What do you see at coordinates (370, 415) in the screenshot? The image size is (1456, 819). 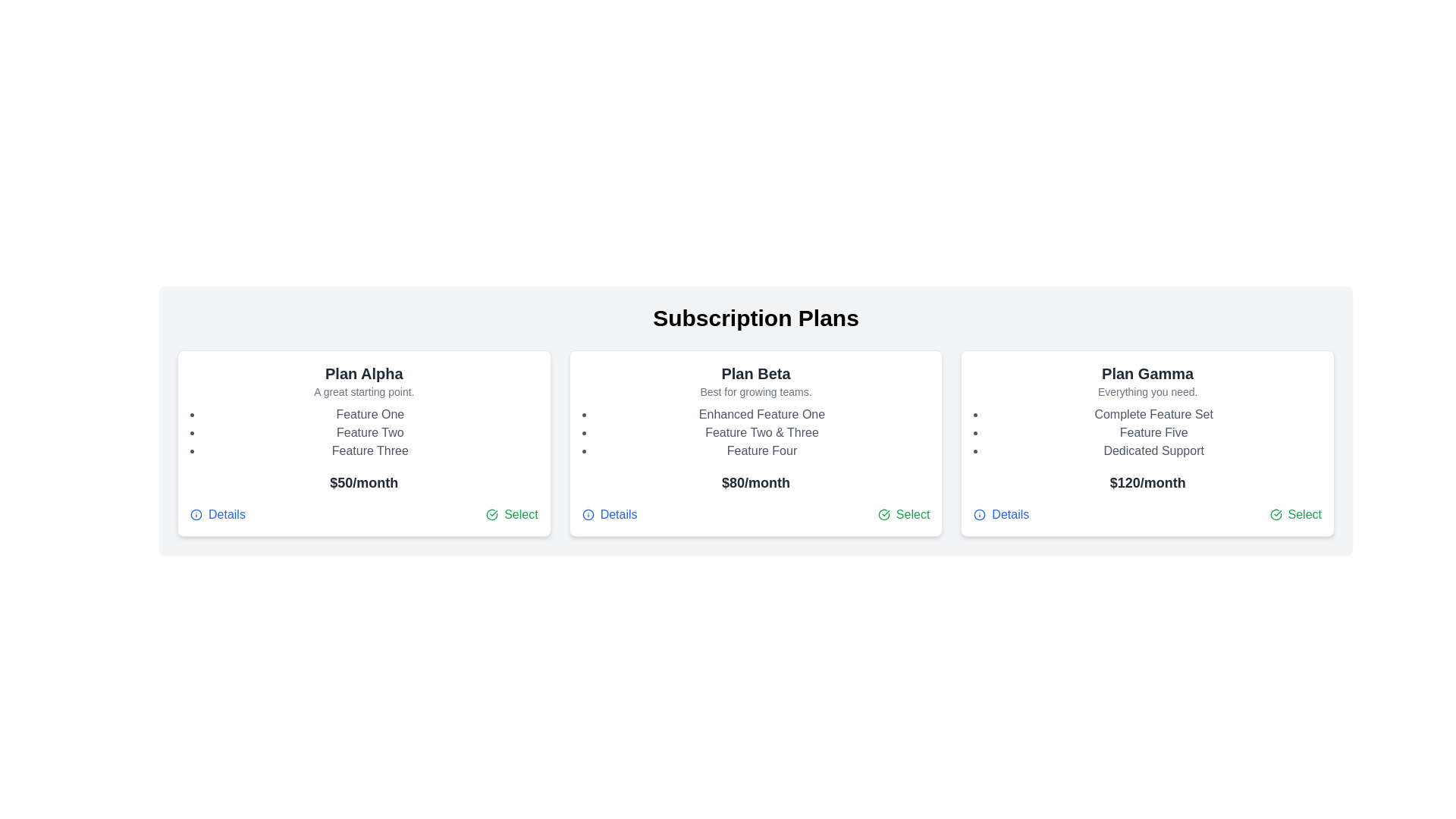 I see `the informational text label indicating a feature included in the 'Plan Alpha' subscription plan, which is the first item in a vertical bullet-point list` at bounding box center [370, 415].